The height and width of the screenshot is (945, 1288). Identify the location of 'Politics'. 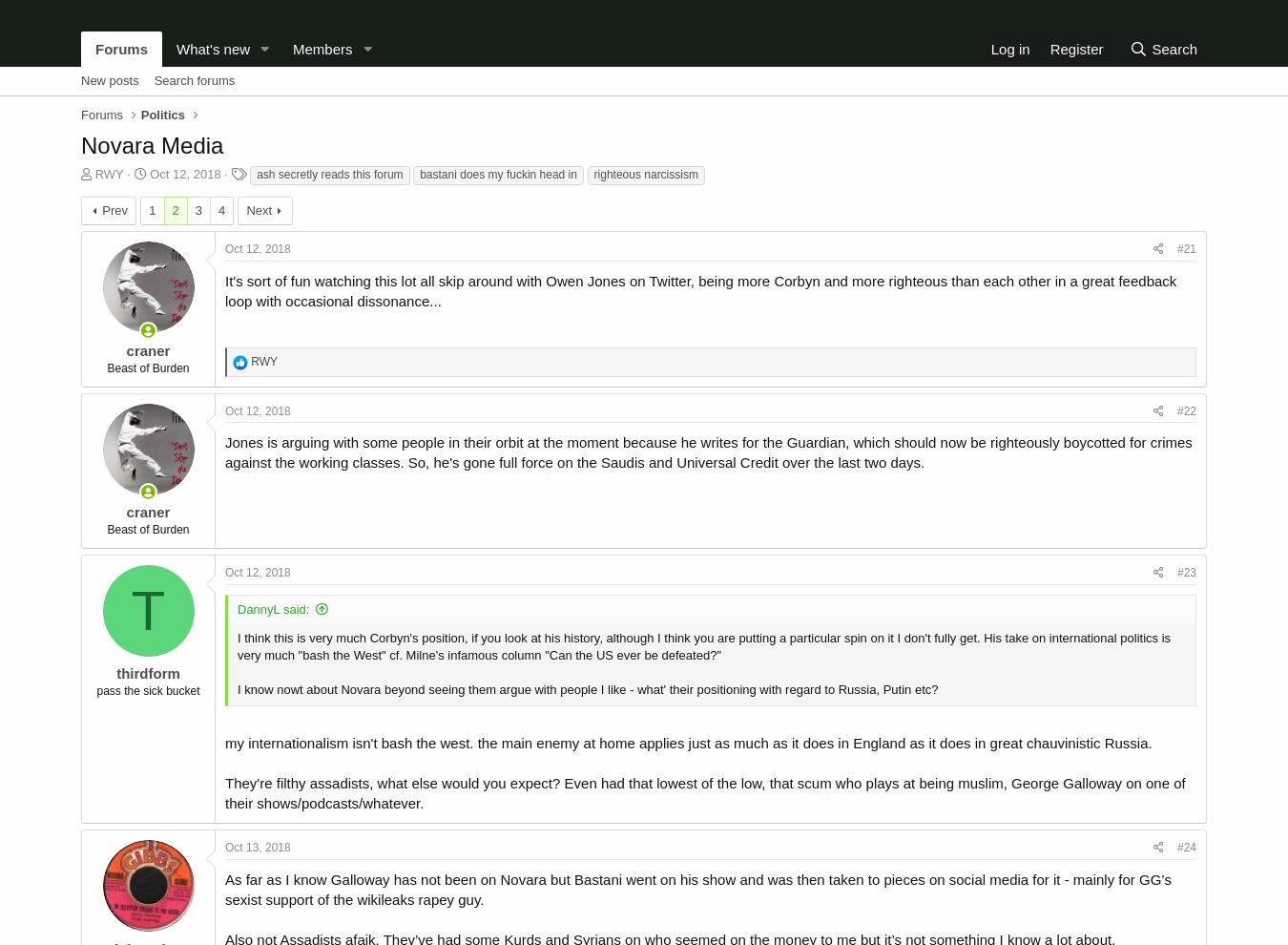
(161, 114).